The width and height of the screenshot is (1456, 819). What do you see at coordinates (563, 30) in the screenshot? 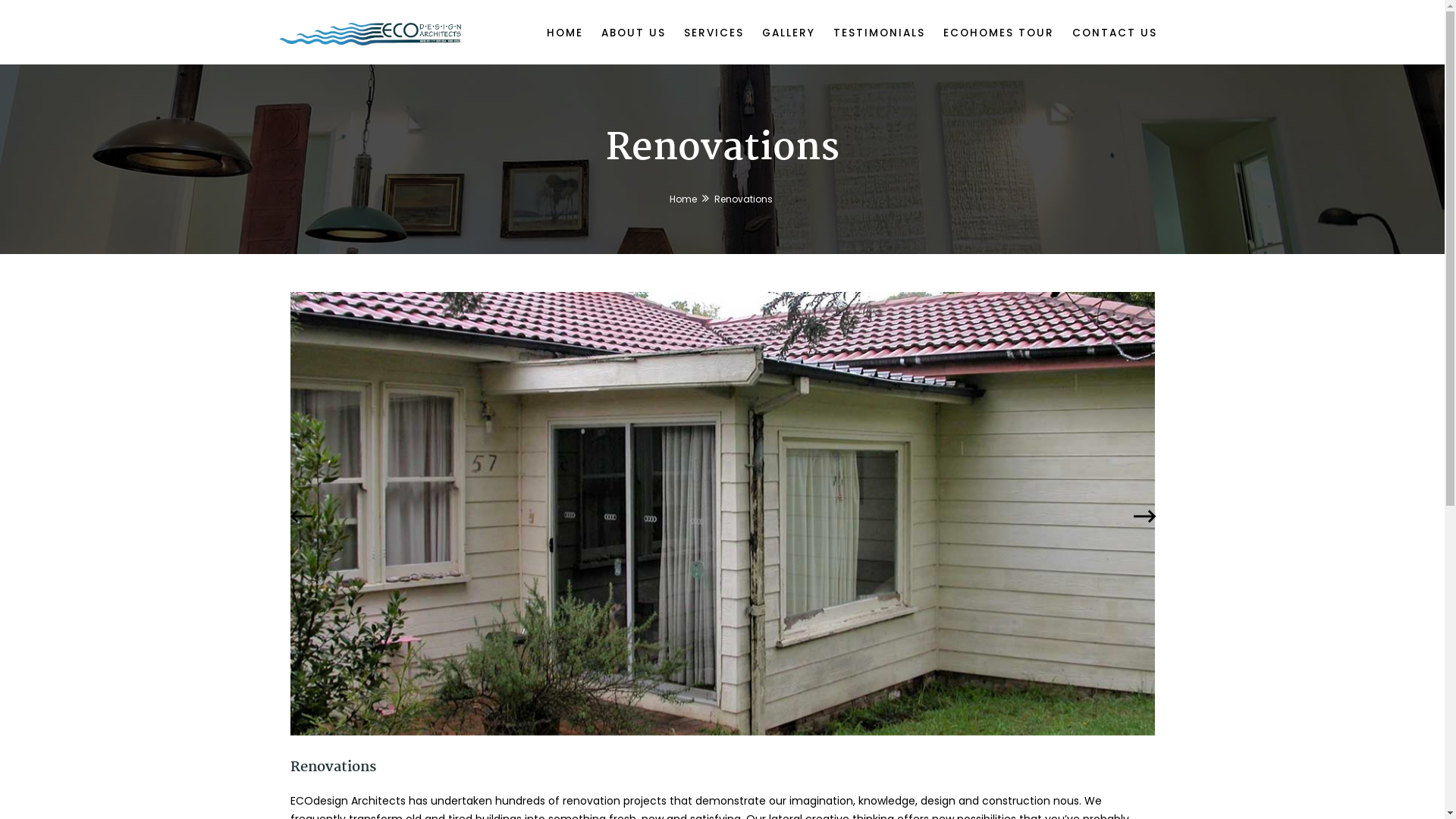
I see `'HOME'` at bounding box center [563, 30].